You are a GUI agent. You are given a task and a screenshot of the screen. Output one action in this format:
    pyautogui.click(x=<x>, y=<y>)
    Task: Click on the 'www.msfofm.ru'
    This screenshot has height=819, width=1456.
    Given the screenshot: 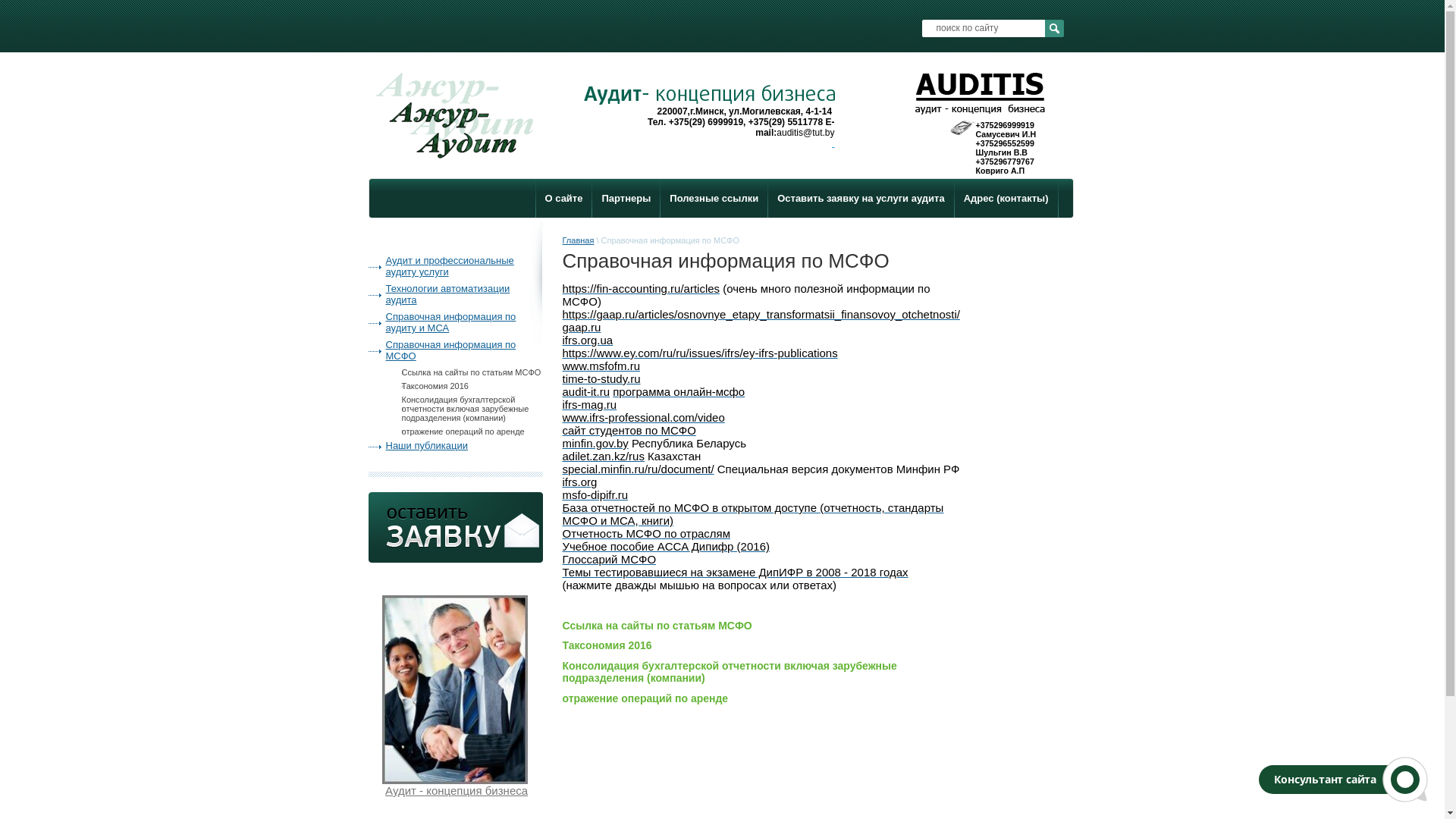 What is the action you would take?
    pyautogui.click(x=601, y=366)
    